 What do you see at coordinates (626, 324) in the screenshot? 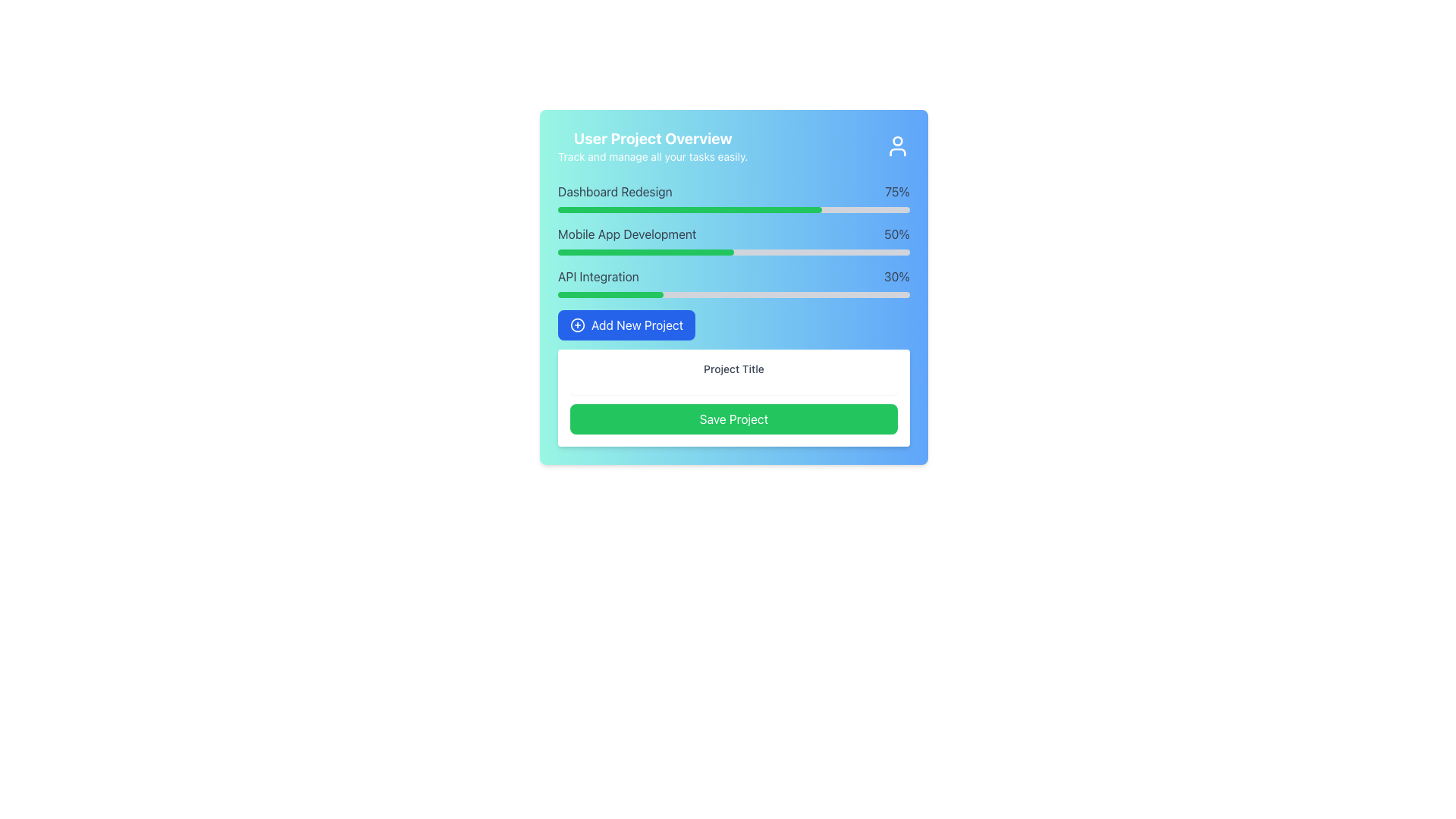
I see `the button positioned below the progress bars for 'Dashboard Redesign' and 'API Integration'` at bounding box center [626, 324].